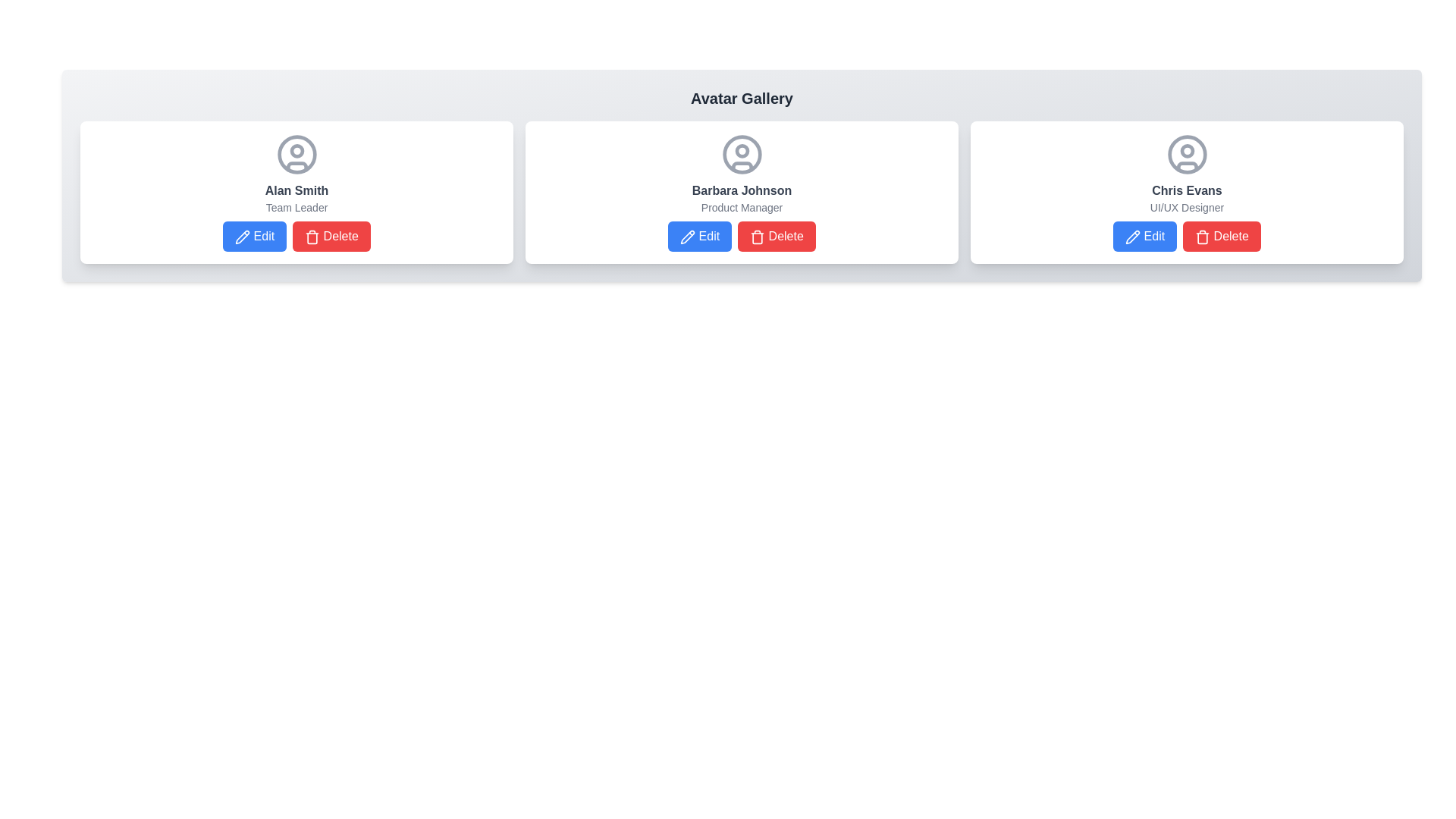  What do you see at coordinates (243, 237) in the screenshot?
I see `the edit icon located underneath the name 'Alan Smith' in the first user card` at bounding box center [243, 237].